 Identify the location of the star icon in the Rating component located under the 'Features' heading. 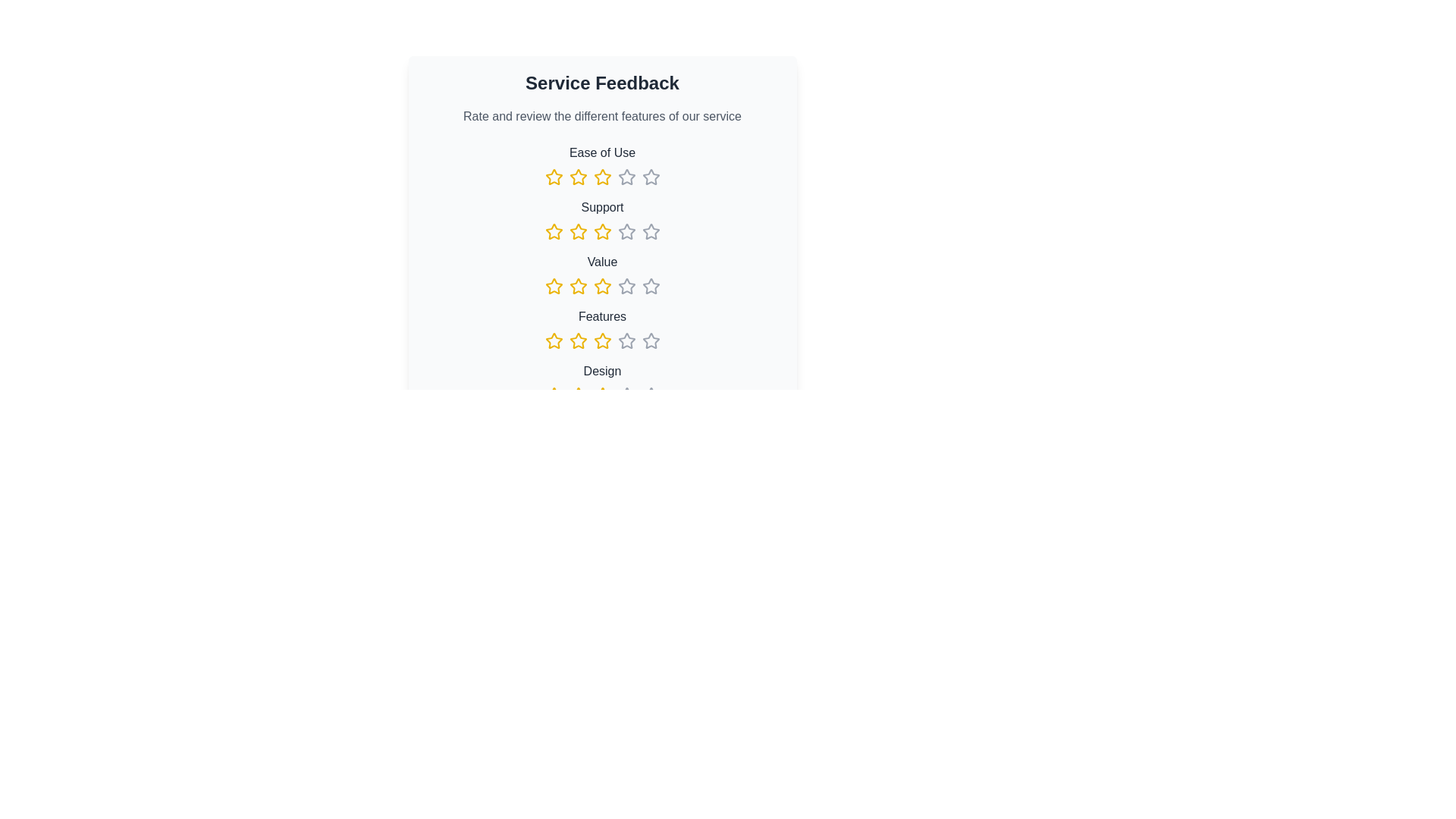
(601, 341).